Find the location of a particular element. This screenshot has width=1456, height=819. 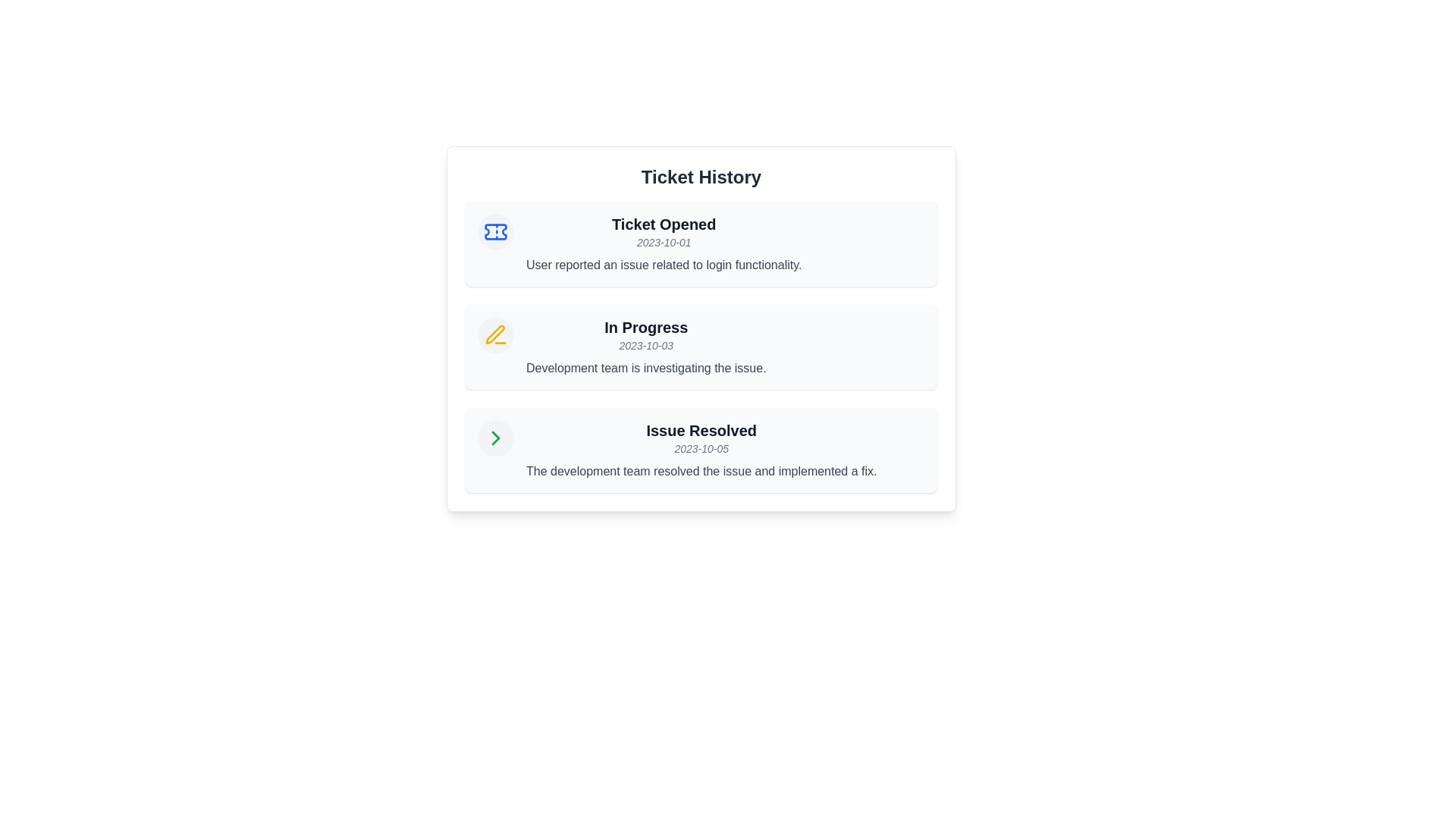

the italicized gray text '2023-10-03' which is located below the bold text 'In Progress' and above the status description text 'Development team is investigating the issue' is located at coordinates (646, 345).